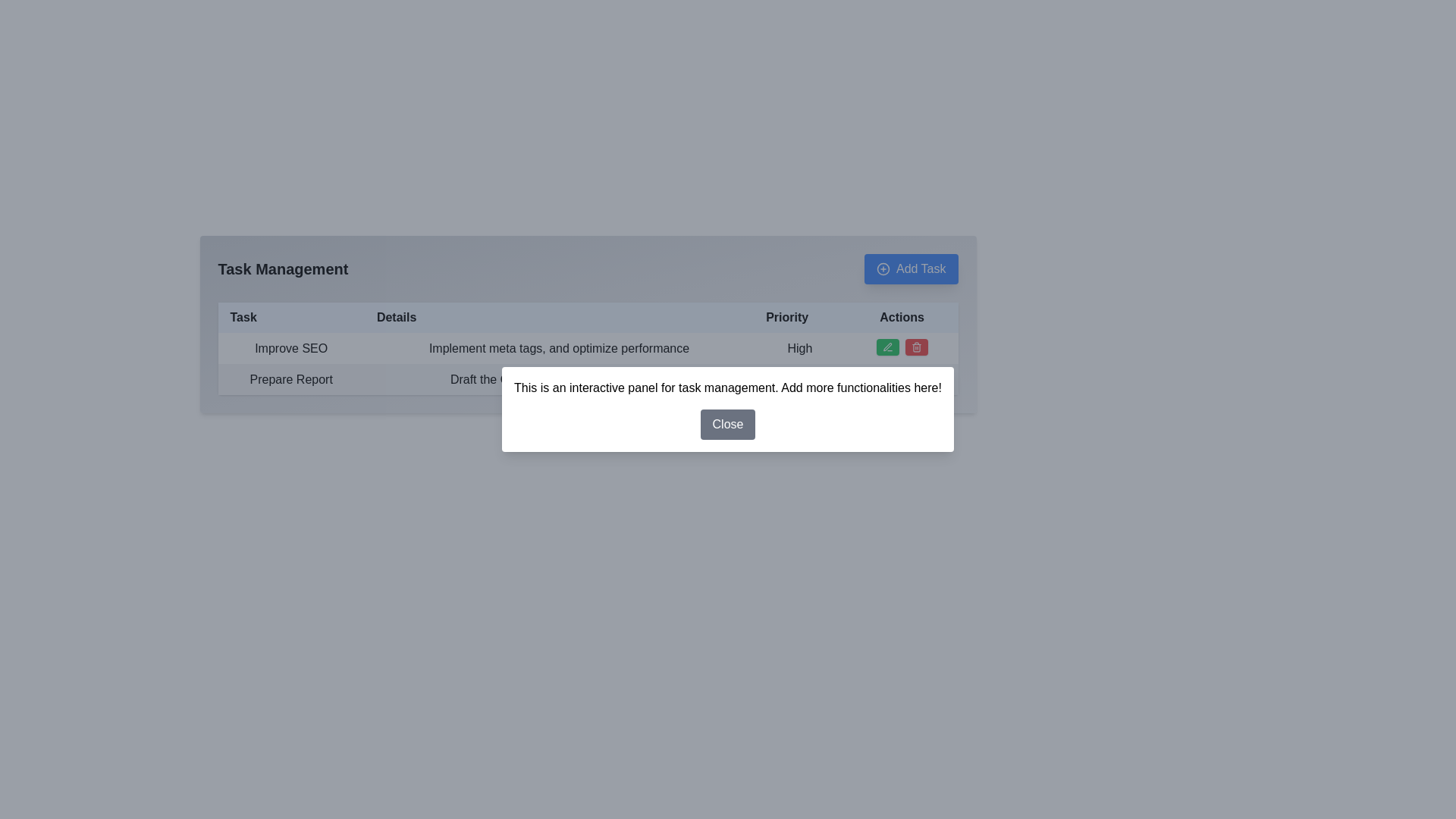 The image size is (1456, 819). Describe the element at coordinates (291, 348) in the screenshot. I see `the 'Improve SEO' text label located under the 'Task' column in the table interface` at that location.